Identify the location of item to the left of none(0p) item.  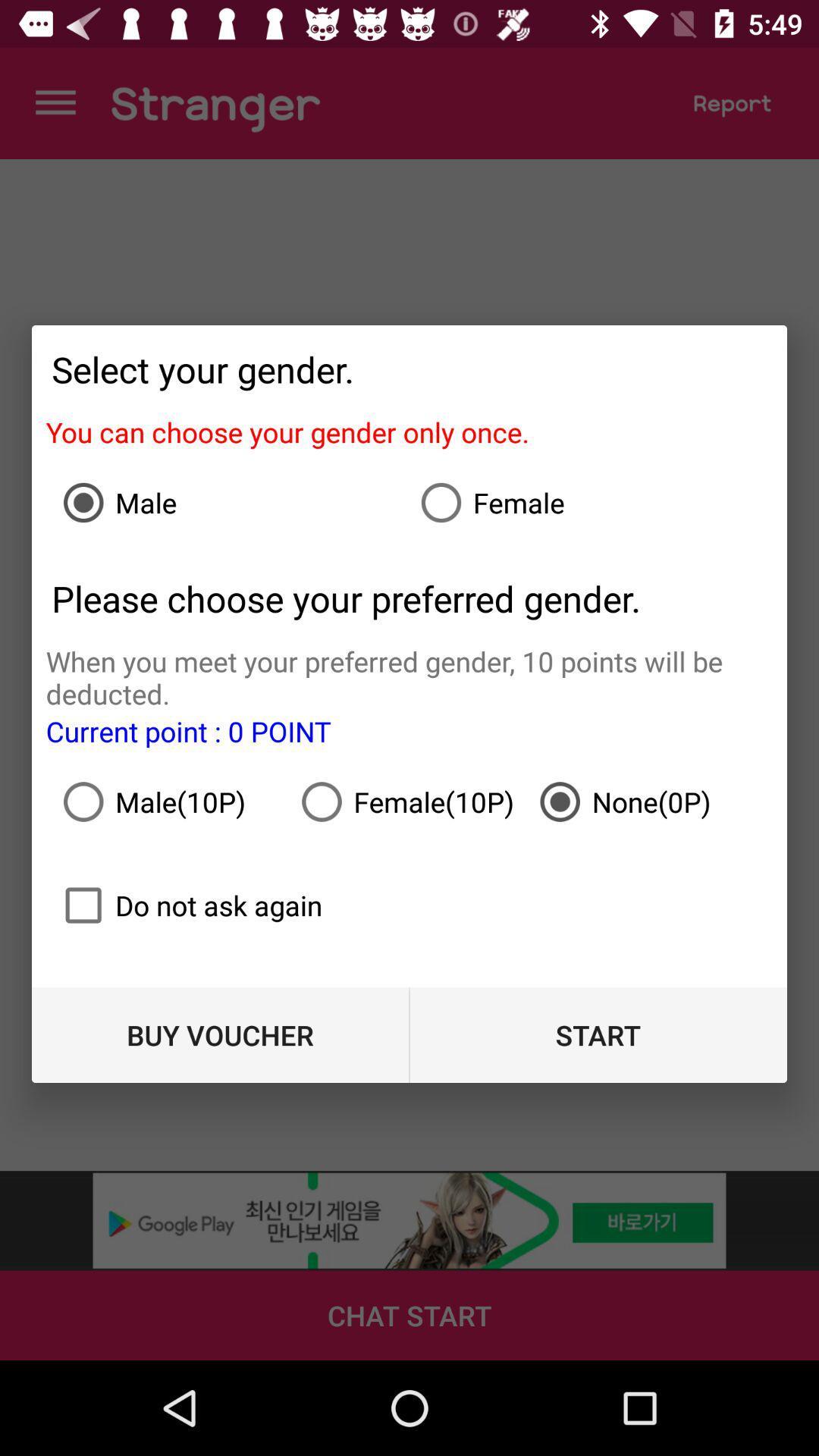
(408, 801).